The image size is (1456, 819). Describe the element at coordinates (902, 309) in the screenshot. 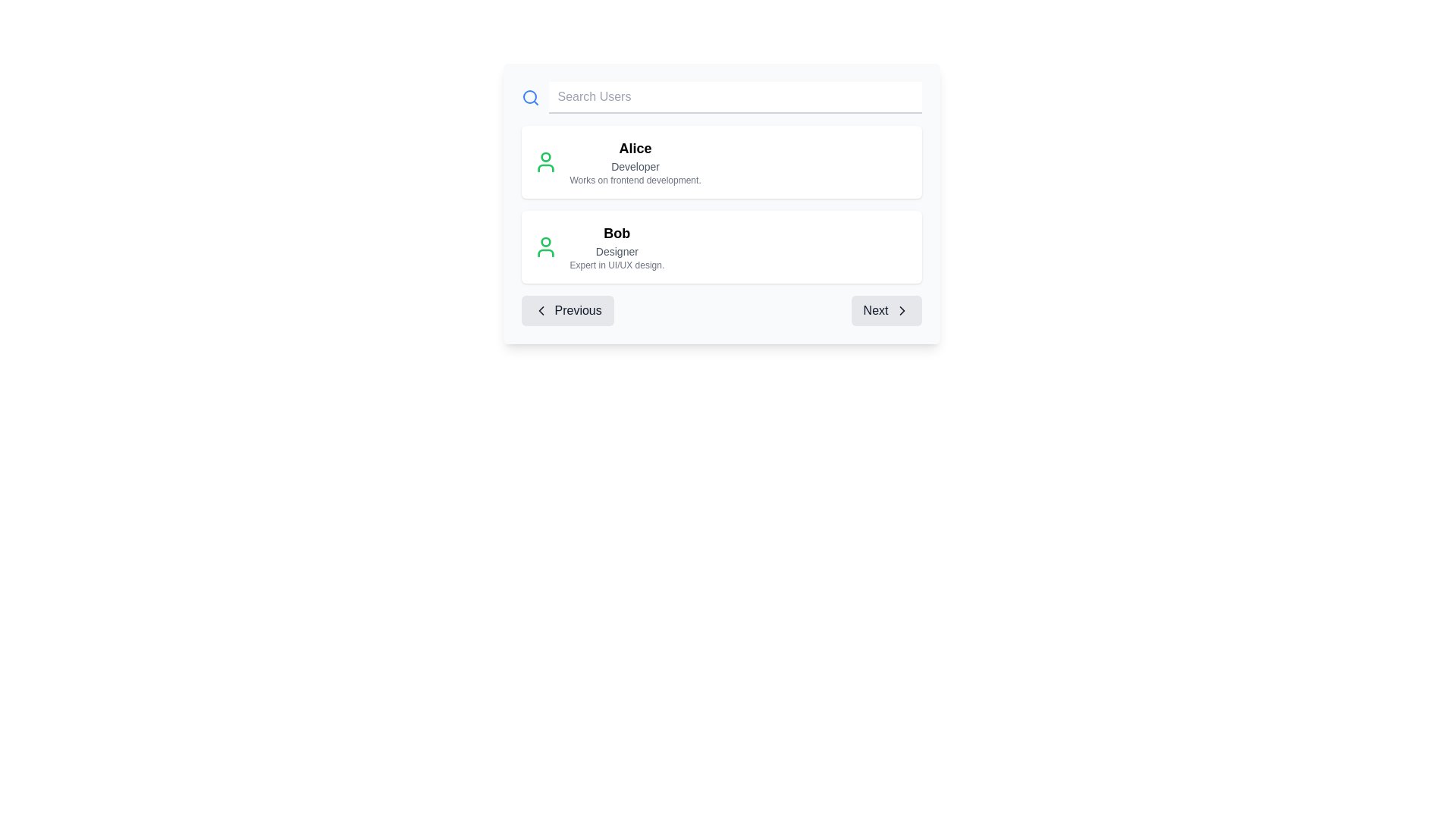

I see `the small, right-pointing arrow icon within the 'Next' button located at the bottom-right of the interface` at that location.